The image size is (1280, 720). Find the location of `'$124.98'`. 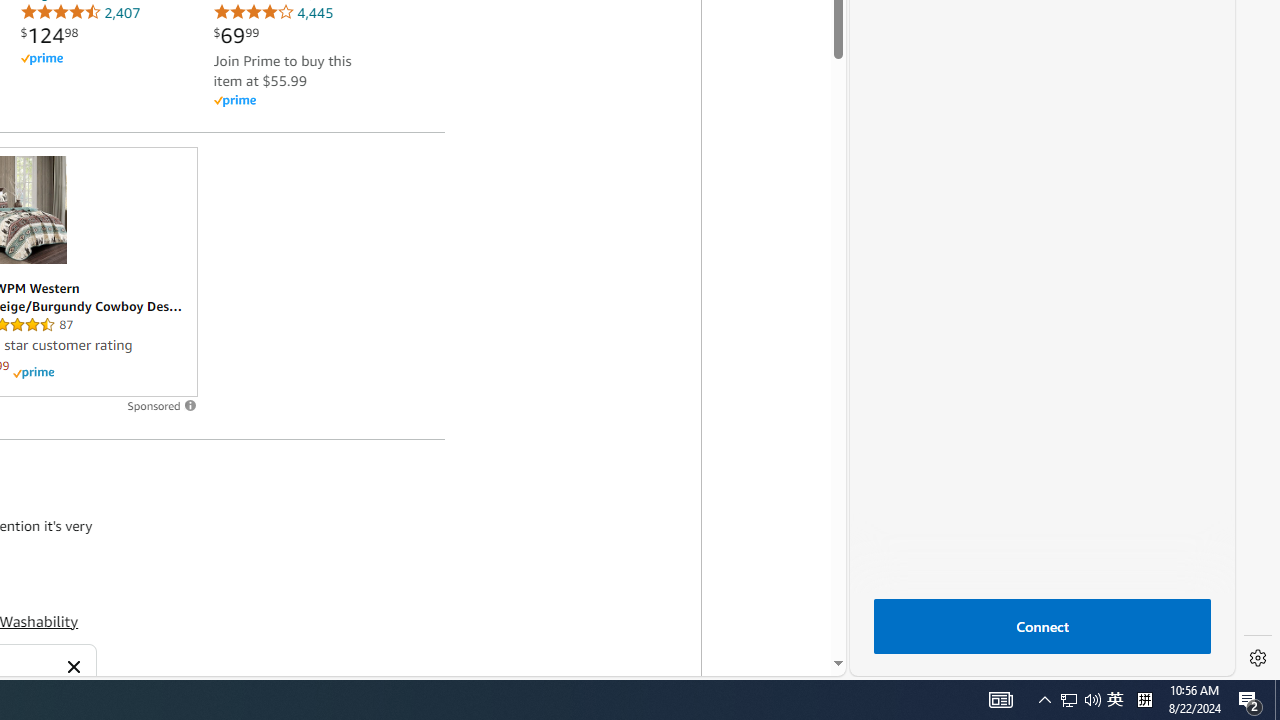

'$124.98' is located at coordinates (49, 35).